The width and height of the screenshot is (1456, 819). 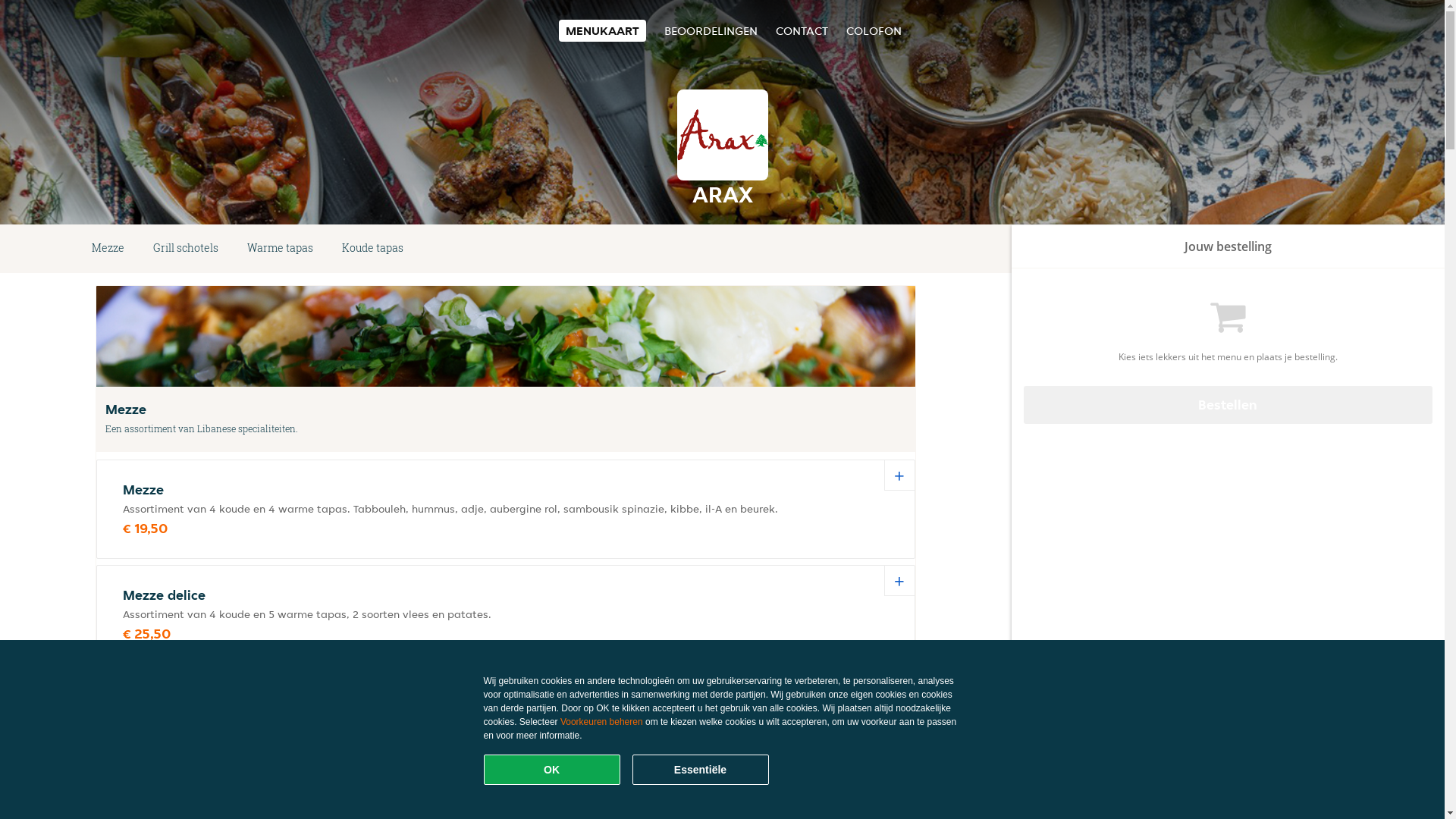 I want to click on 'Warme tapas', so click(x=280, y=247).